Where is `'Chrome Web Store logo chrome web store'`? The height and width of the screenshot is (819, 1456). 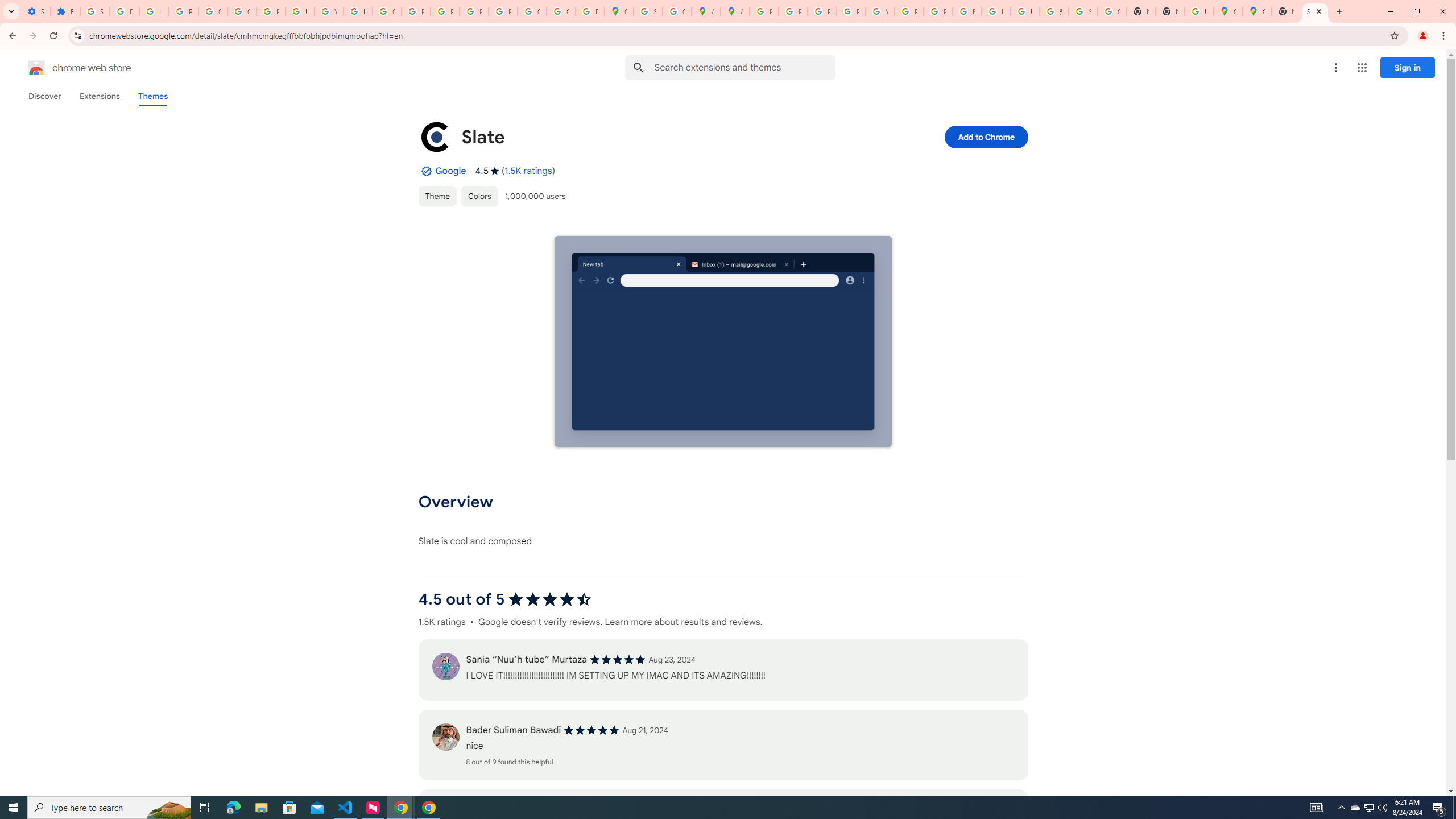 'Chrome Web Store logo chrome web store' is located at coordinates (67, 67).